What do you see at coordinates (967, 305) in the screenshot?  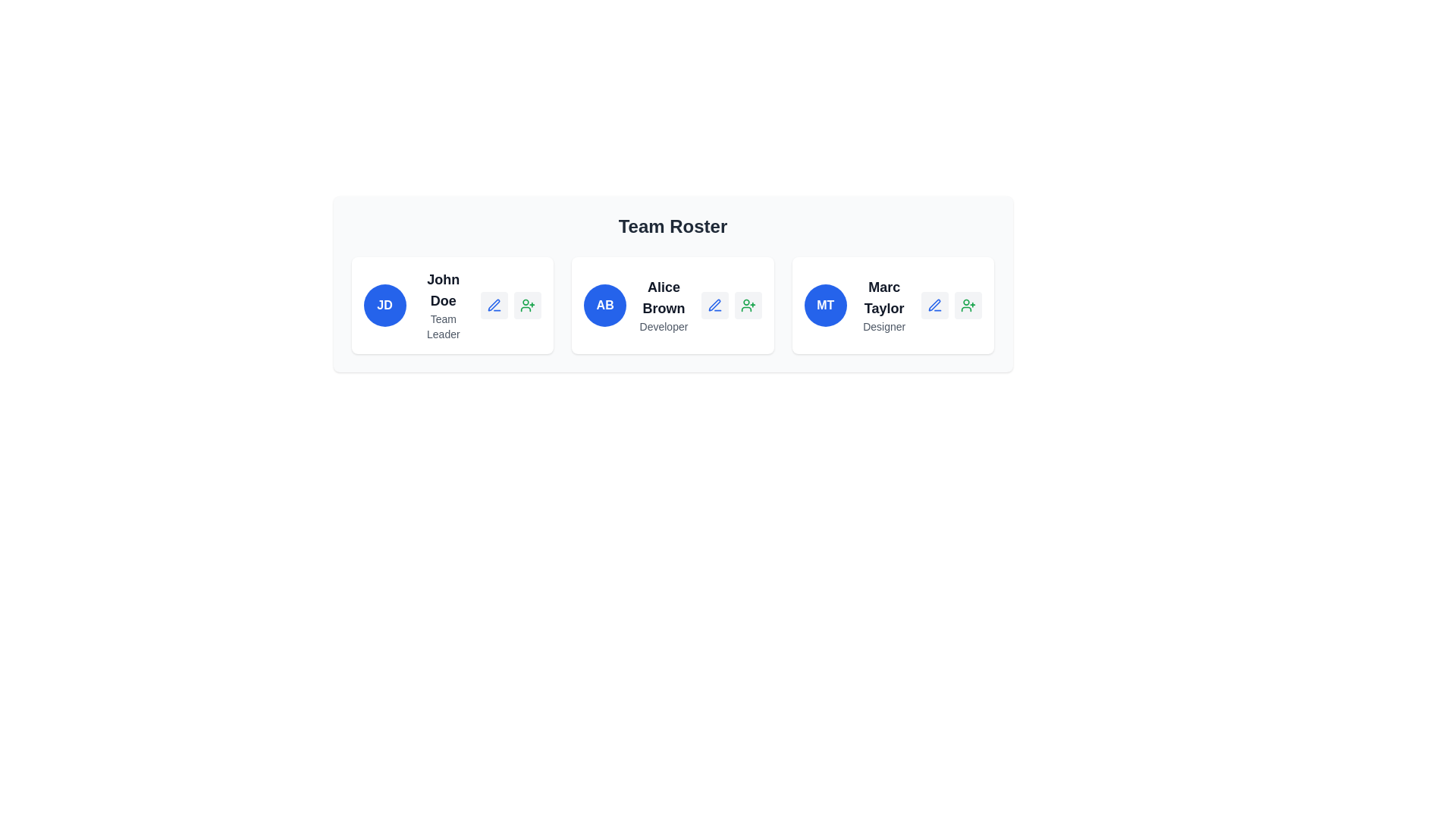 I see `the button located on the right side of the group of three interactions in the card for 'Marc Taylor'` at bounding box center [967, 305].